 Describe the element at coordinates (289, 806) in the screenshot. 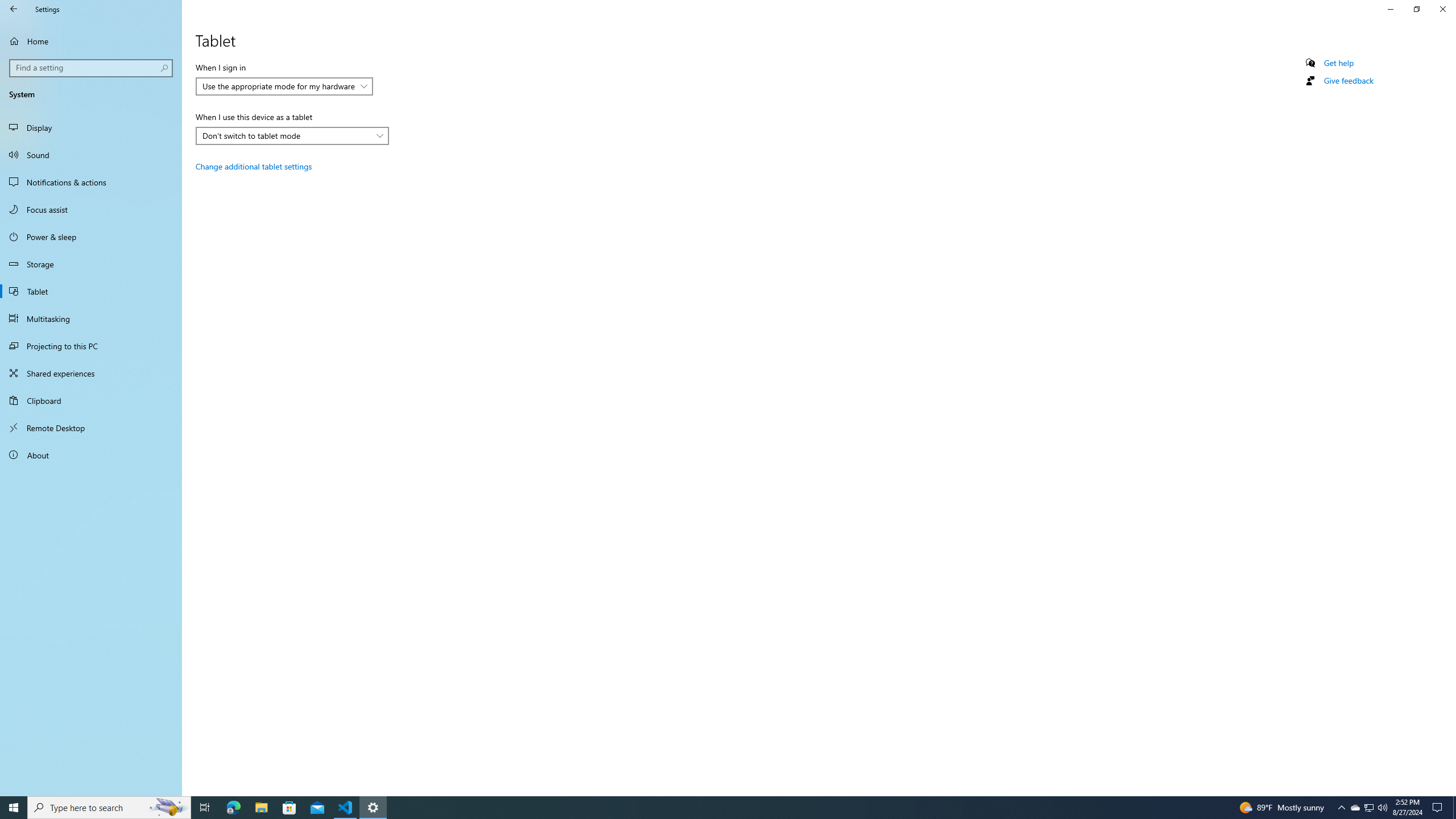

I see `'Microsoft Store'` at that location.